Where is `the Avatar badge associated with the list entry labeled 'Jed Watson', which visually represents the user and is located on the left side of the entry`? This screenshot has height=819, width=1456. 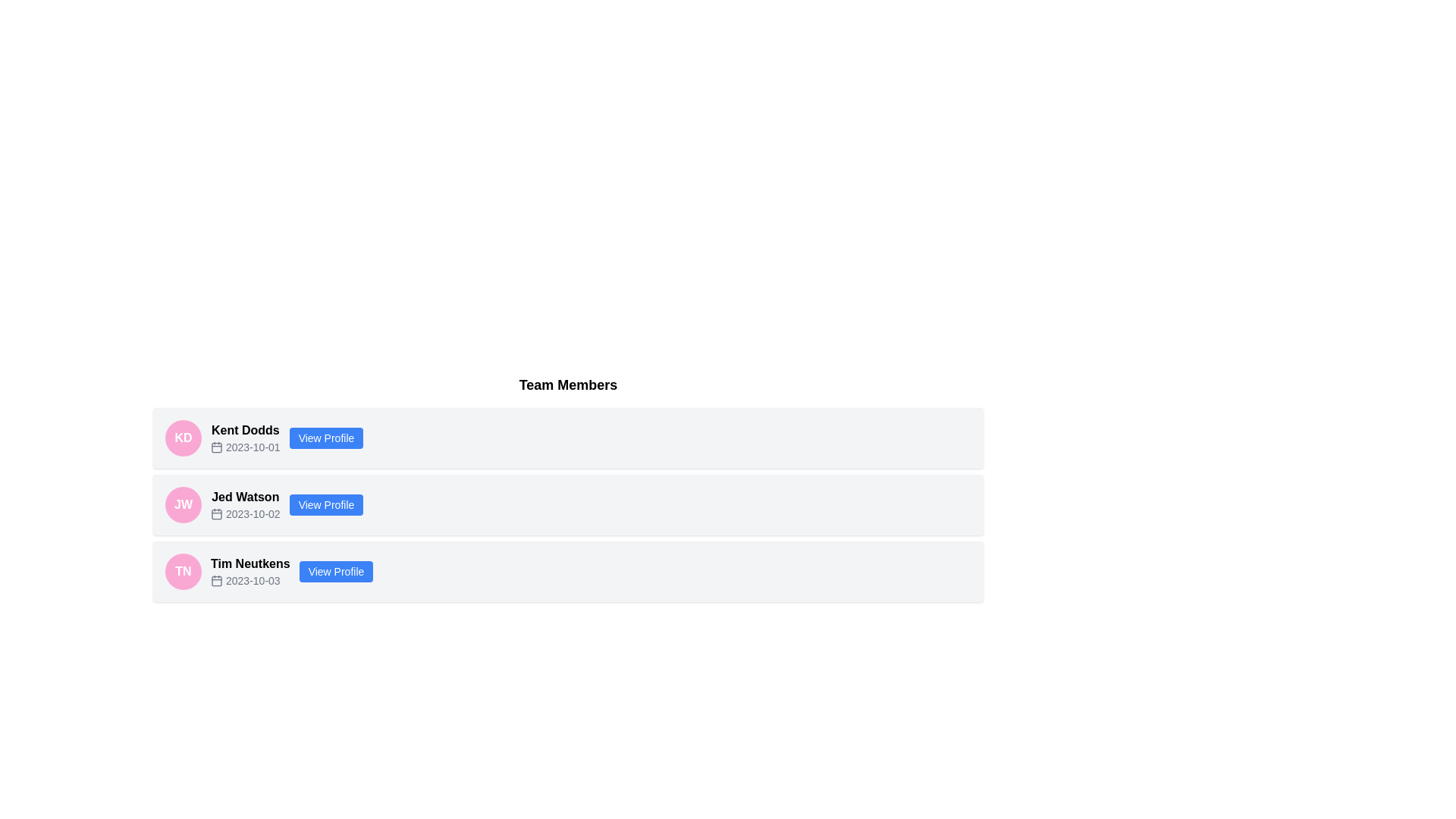 the Avatar badge associated with the list entry labeled 'Jed Watson', which visually represents the user and is located on the left side of the entry is located at coordinates (182, 505).